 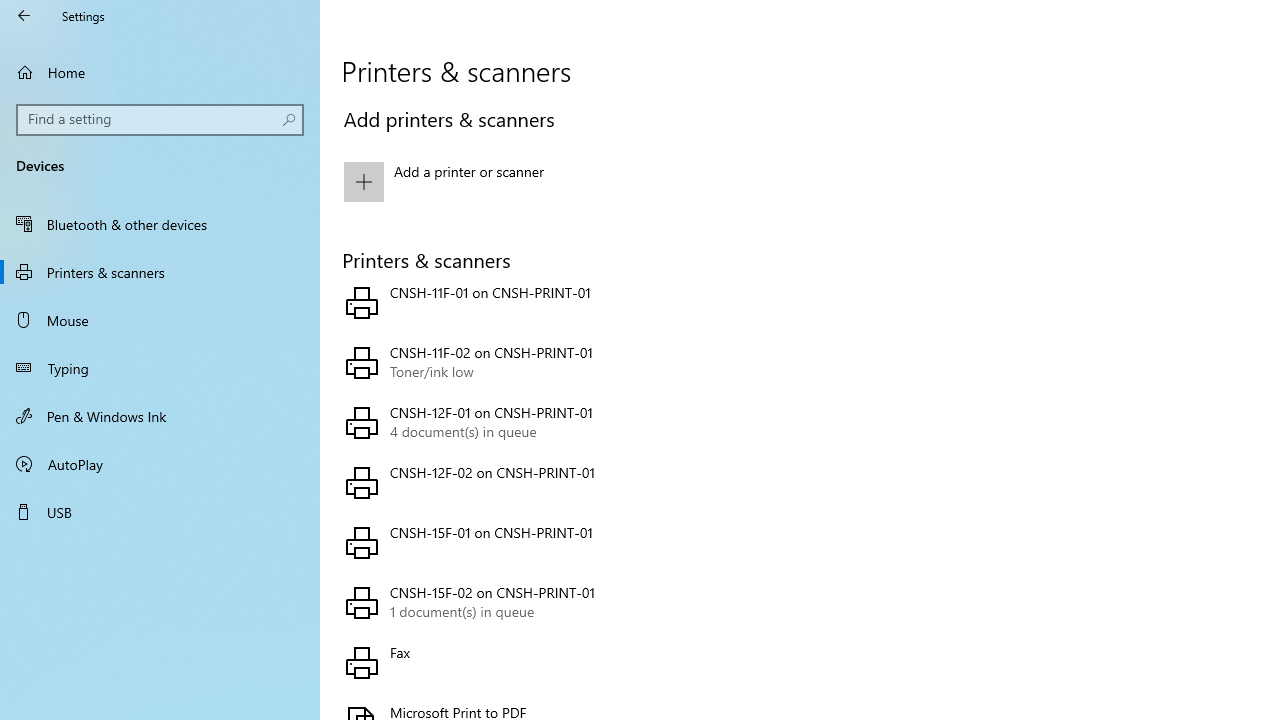 I want to click on 'USB', so click(x=160, y=510).